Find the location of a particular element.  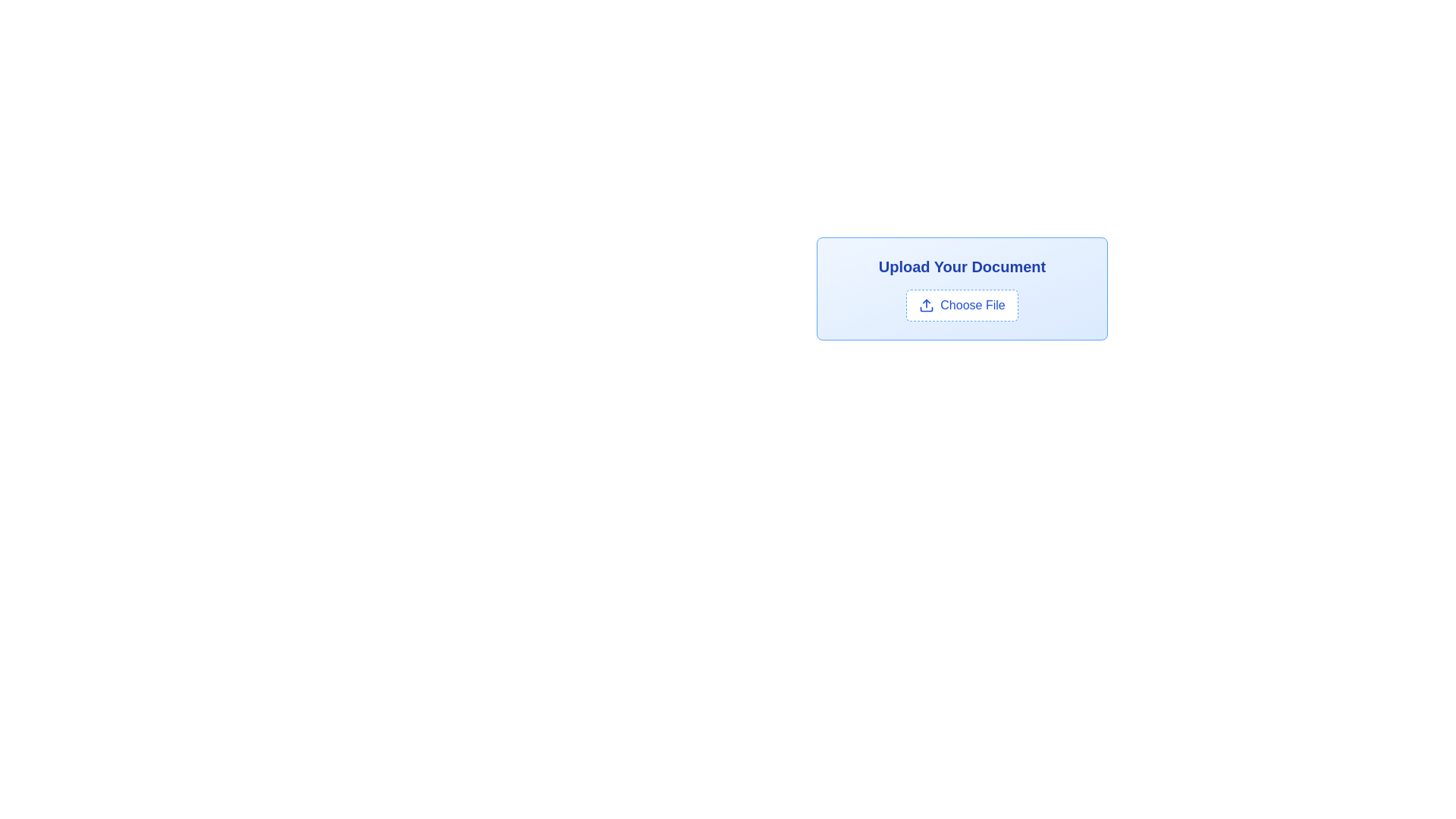

the icon component representing file uploading, located near the top-middle area of the 'Upload Your Document' button is located at coordinates (926, 309).